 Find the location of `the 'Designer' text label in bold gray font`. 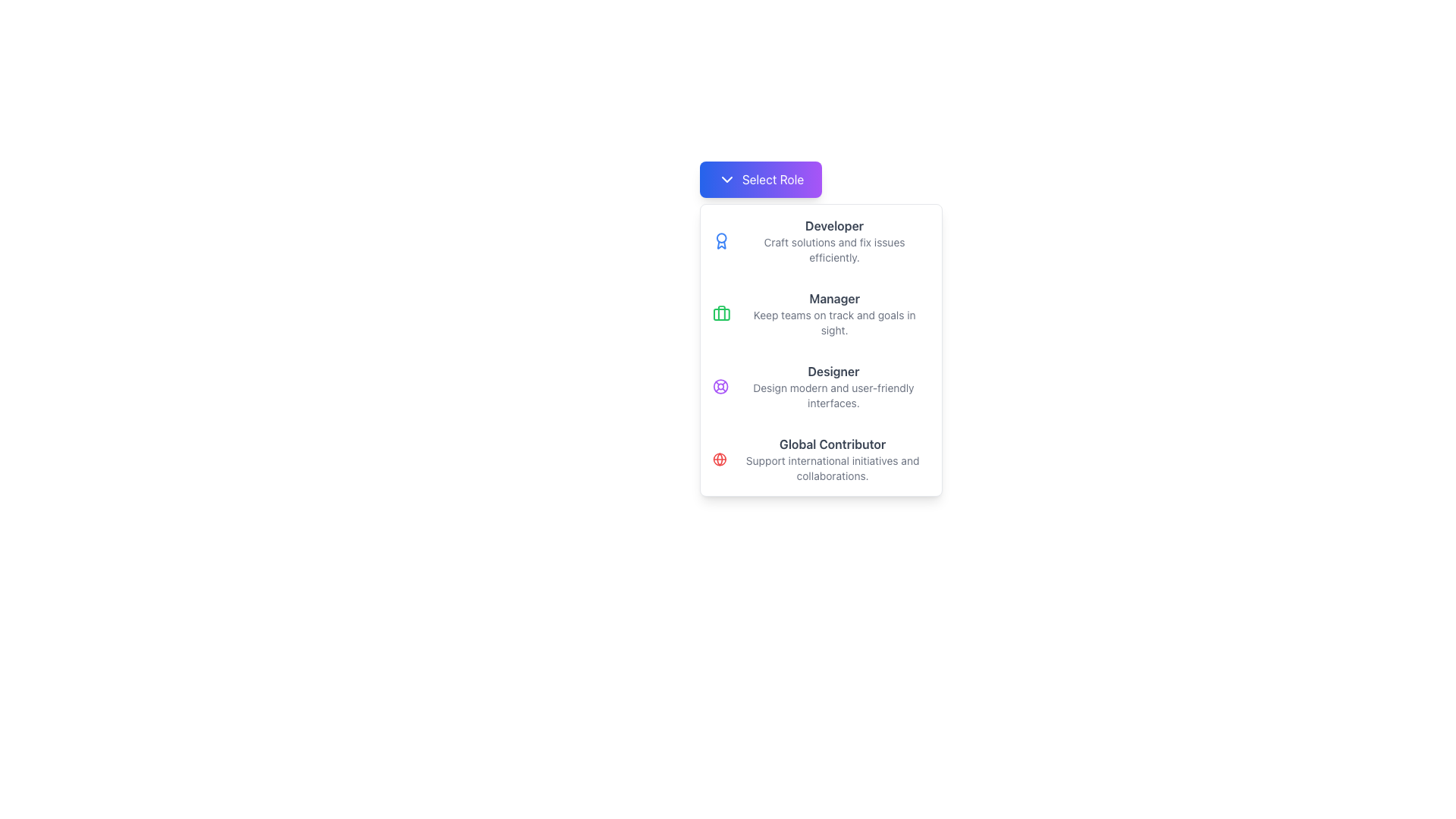

the 'Designer' text label in bold gray font is located at coordinates (833, 371).